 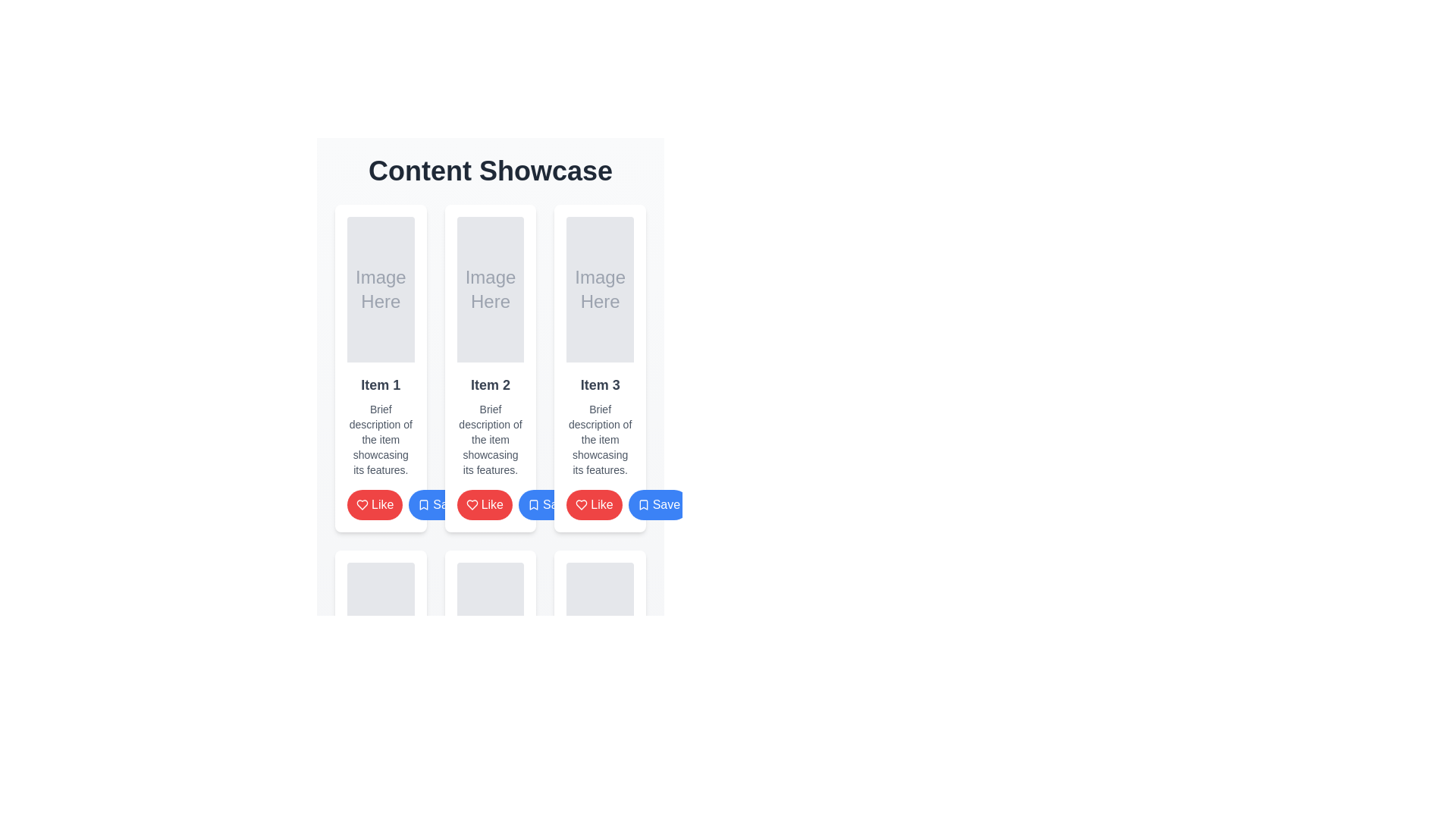 What do you see at coordinates (599, 505) in the screenshot?
I see `the leftmost 'like' button located below the description of 'Item 3'` at bounding box center [599, 505].